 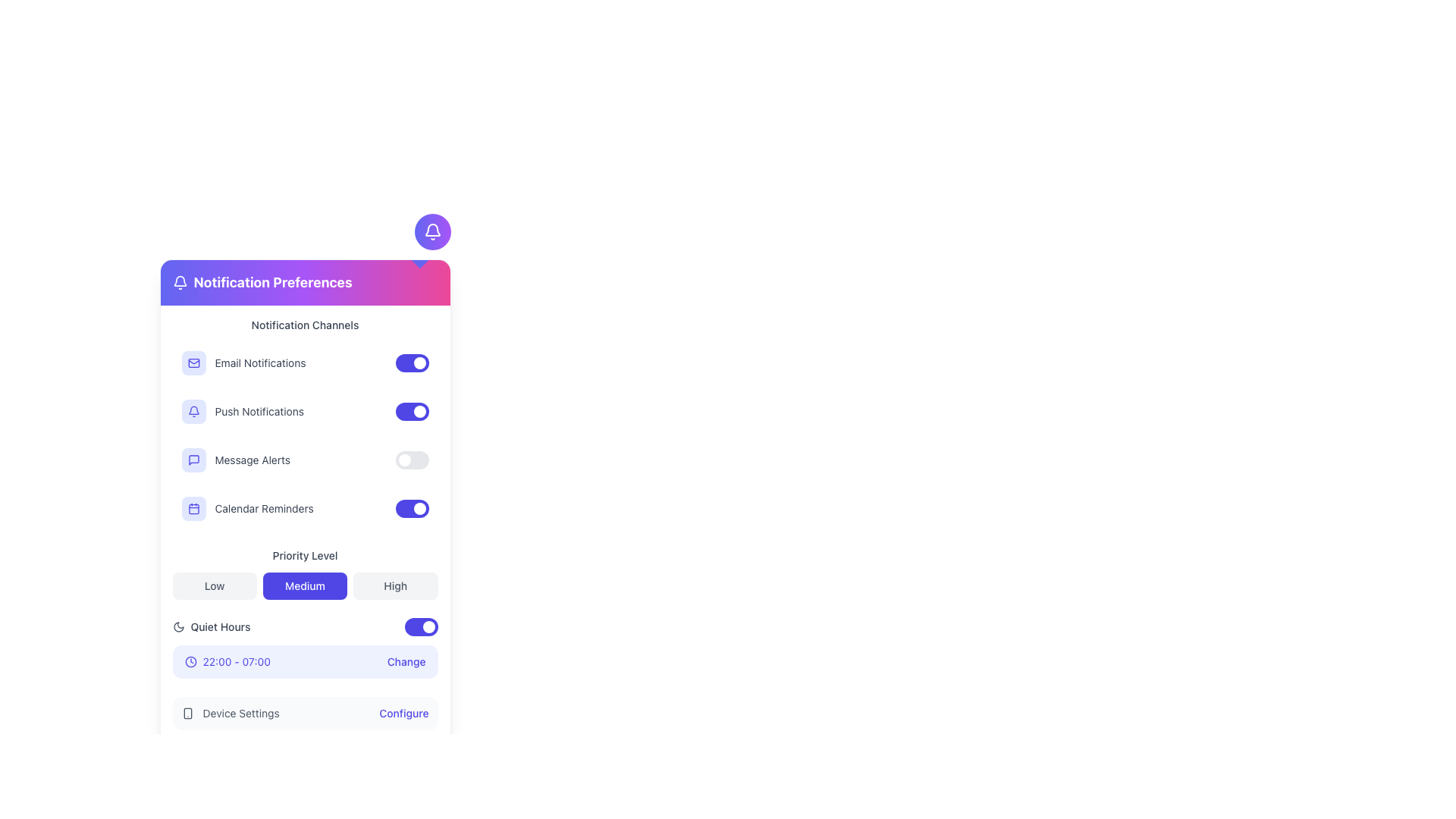 What do you see at coordinates (193, 362) in the screenshot?
I see `the rectangular part of the mail icon located next to the 'Email Notifications' label in the 'Notification Channels' section` at bounding box center [193, 362].